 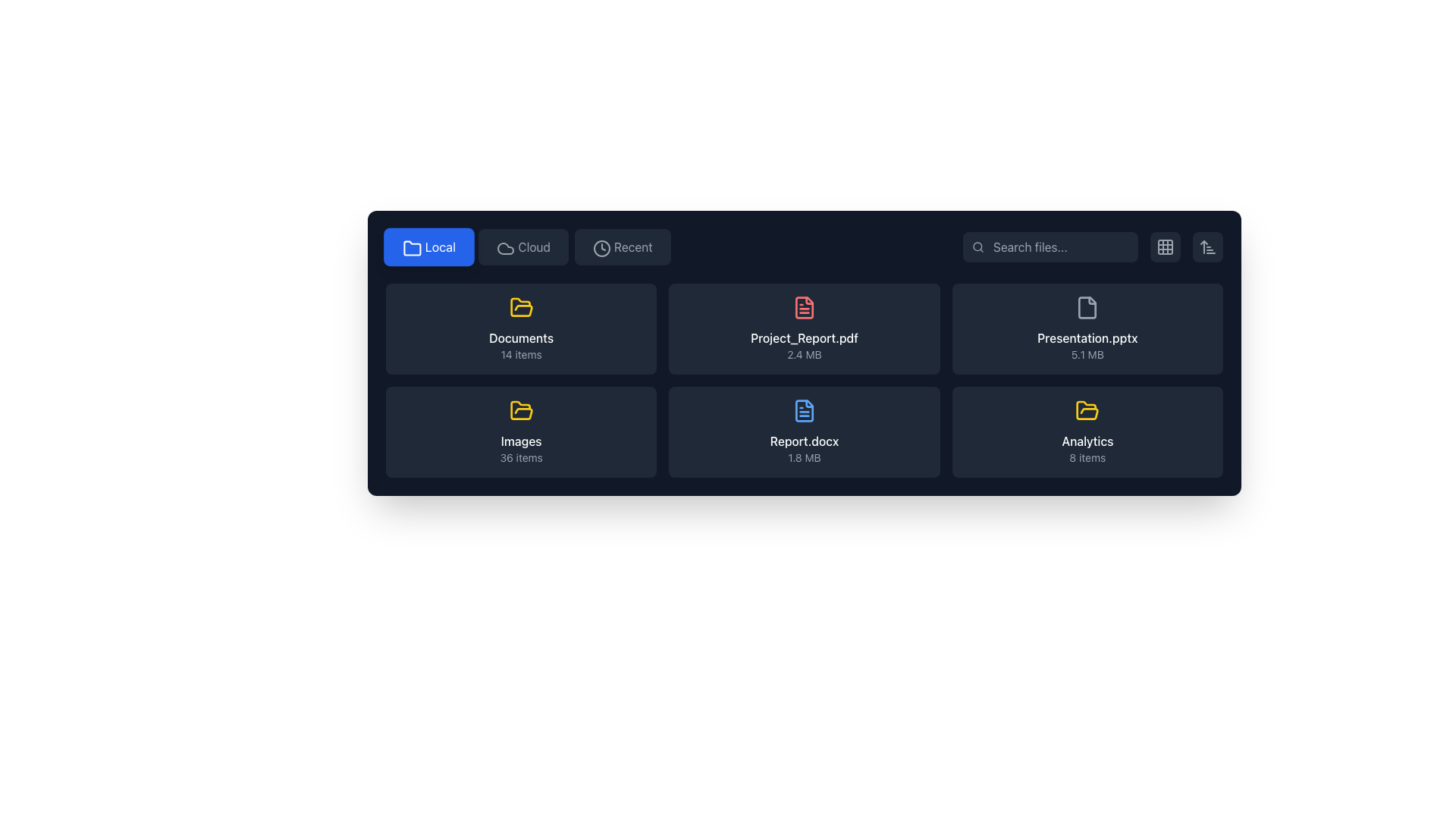 What do you see at coordinates (439, 246) in the screenshot?
I see `the 'Local' button which contains the text label 'Local' indicating a local storage option, located to the right of the folder icon` at bounding box center [439, 246].